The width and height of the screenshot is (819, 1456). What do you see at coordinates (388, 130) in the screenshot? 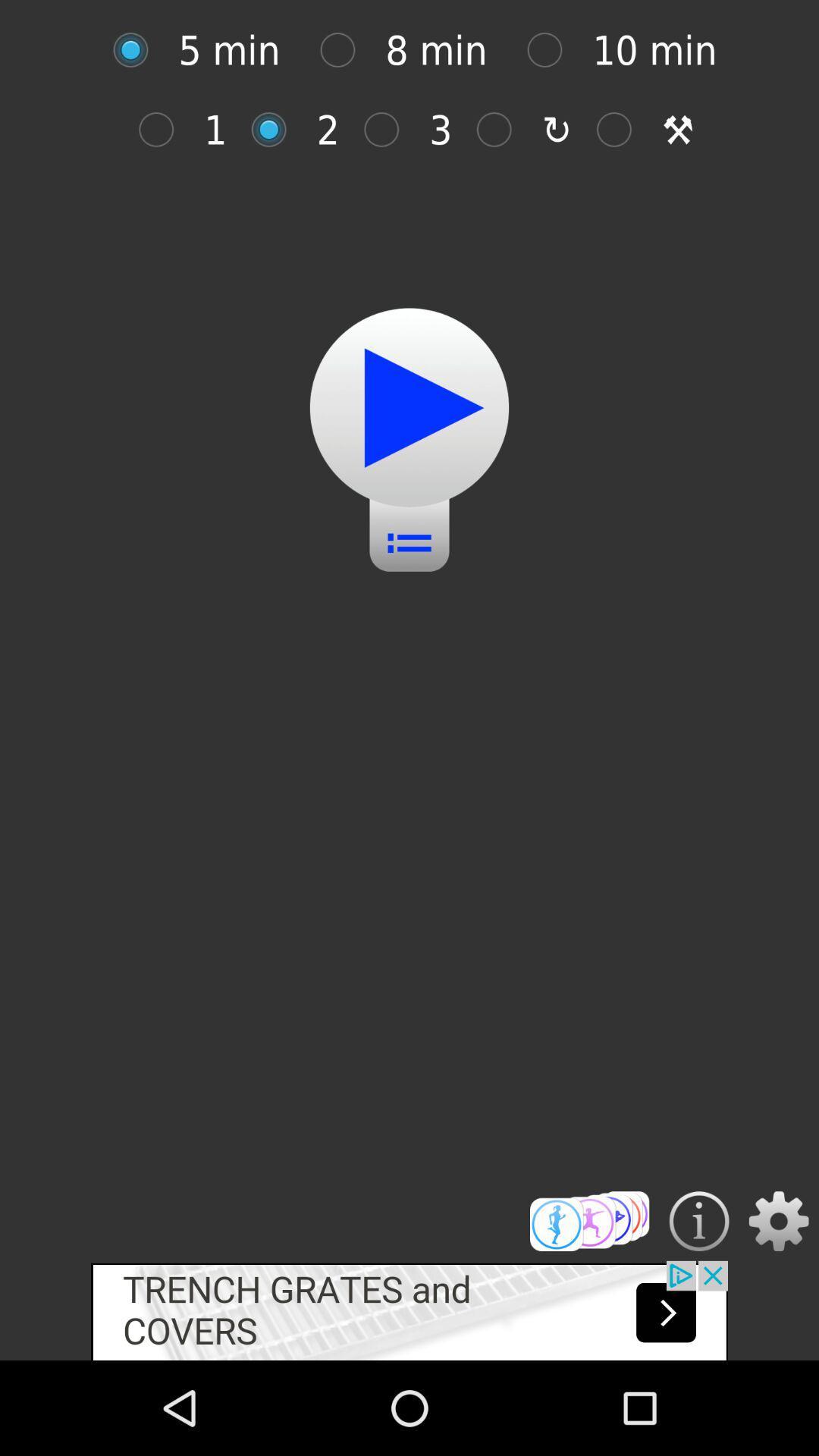
I see `3` at bounding box center [388, 130].